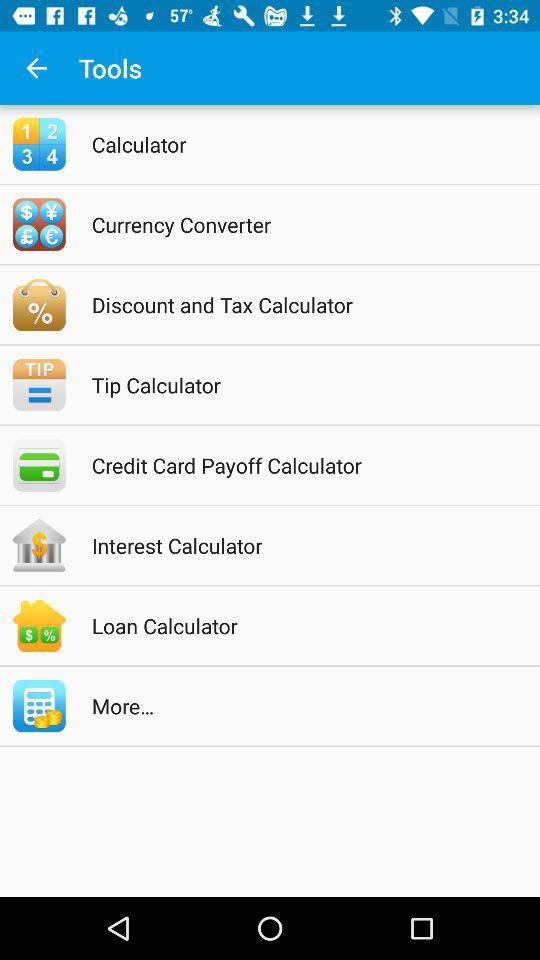 The image size is (540, 960). What do you see at coordinates (295, 384) in the screenshot?
I see `tip calculator icon` at bounding box center [295, 384].